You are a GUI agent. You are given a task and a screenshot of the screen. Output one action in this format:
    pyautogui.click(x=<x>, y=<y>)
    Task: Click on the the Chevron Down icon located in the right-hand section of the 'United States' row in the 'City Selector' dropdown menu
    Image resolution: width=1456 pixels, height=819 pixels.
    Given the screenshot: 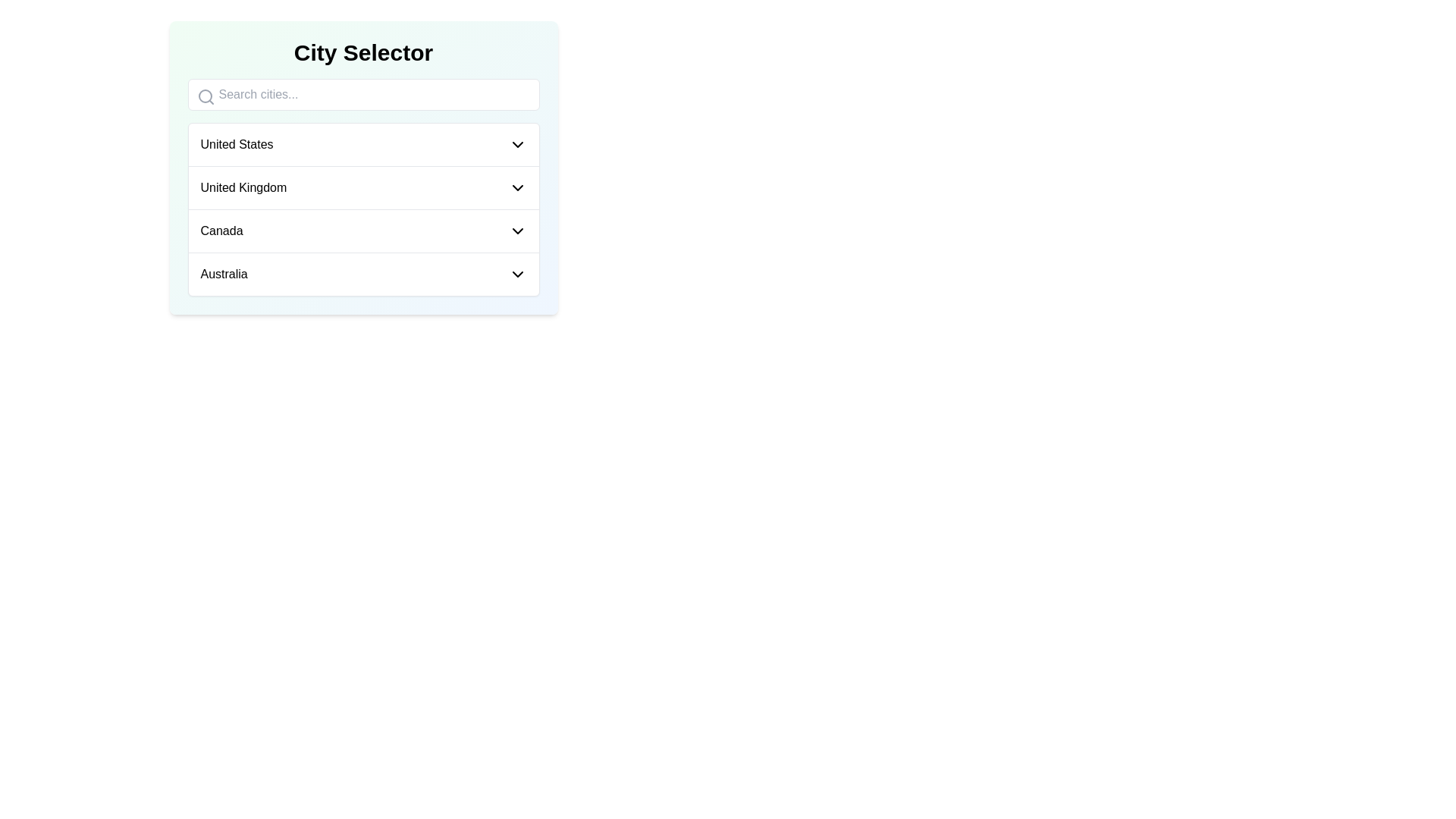 What is the action you would take?
    pyautogui.click(x=517, y=145)
    